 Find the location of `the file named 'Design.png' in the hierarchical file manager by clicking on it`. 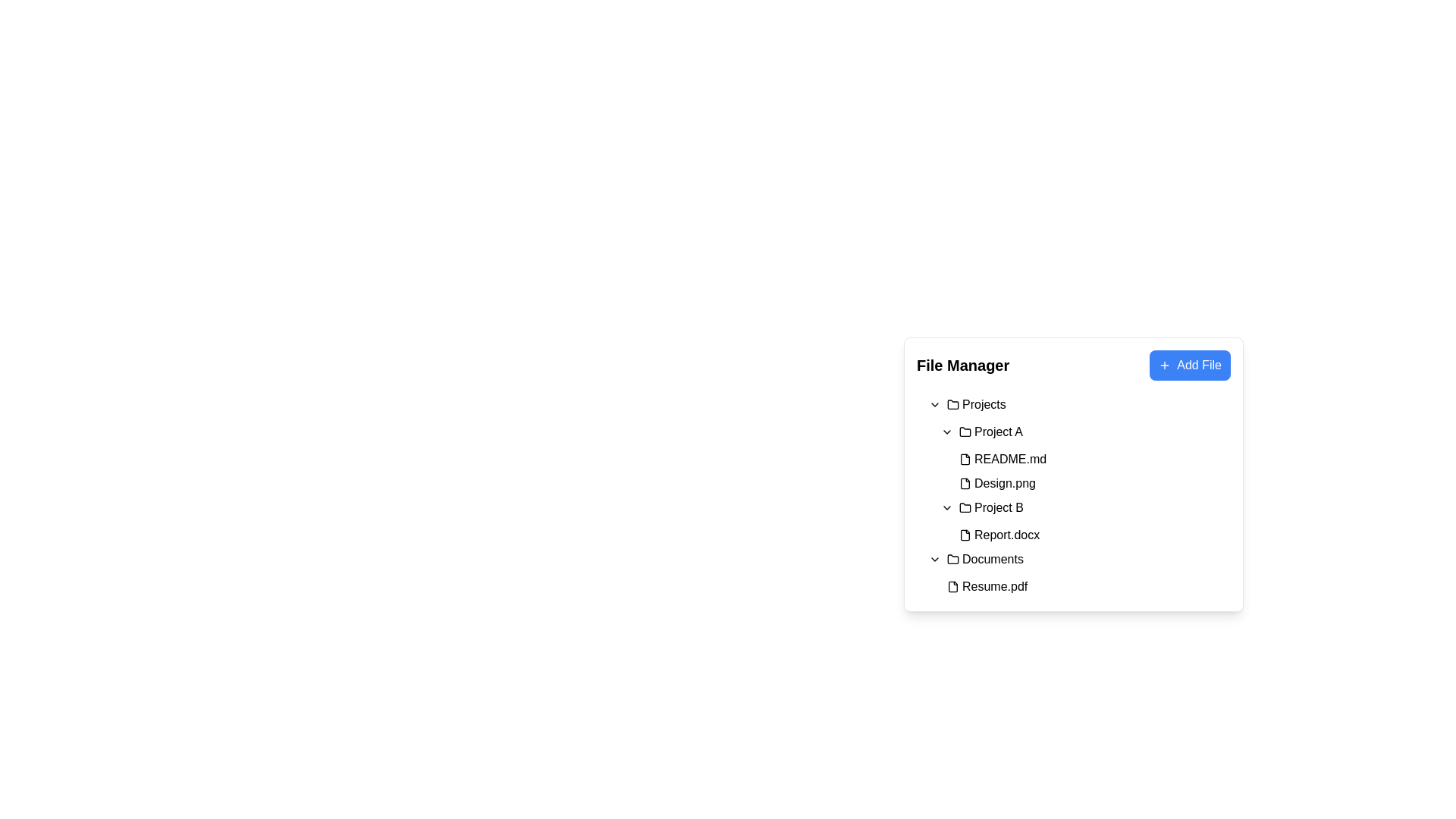

the file named 'Design.png' in the hierarchical file manager by clicking on it is located at coordinates (997, 483).